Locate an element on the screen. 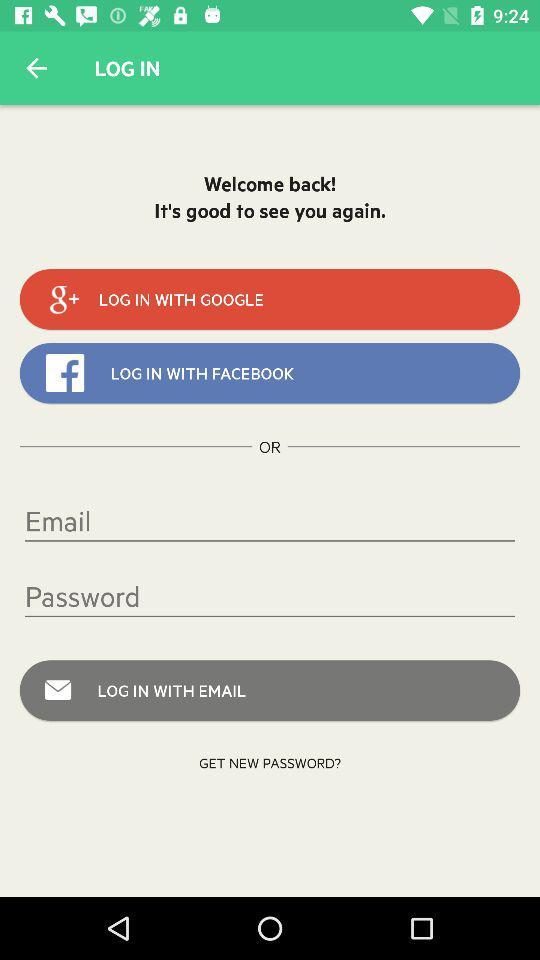  icon next to log in item is located at coordinates (36, 68).